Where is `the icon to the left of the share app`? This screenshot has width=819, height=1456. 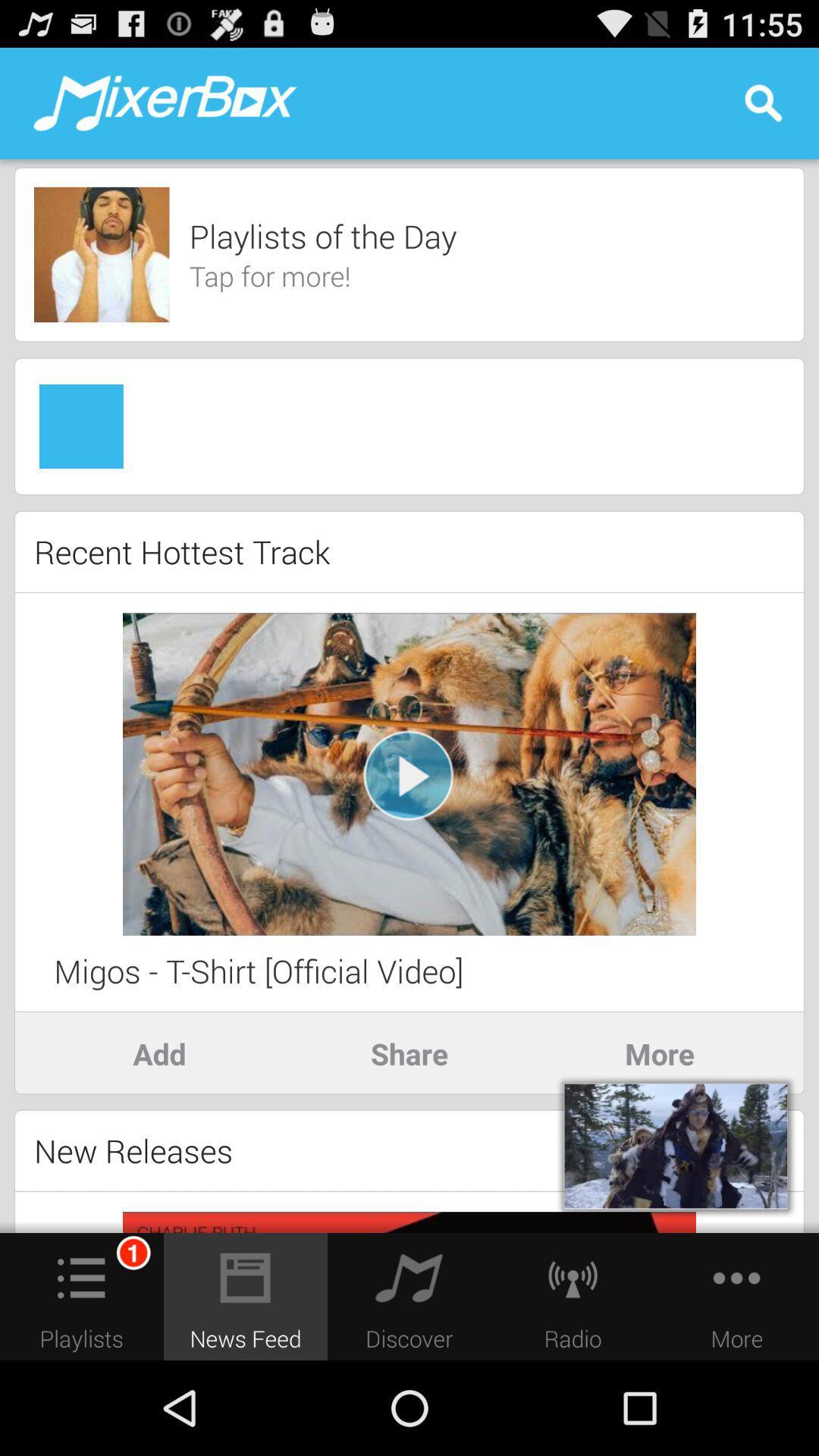 the icon to the left of the share app is located at coordinates (158, 1053).